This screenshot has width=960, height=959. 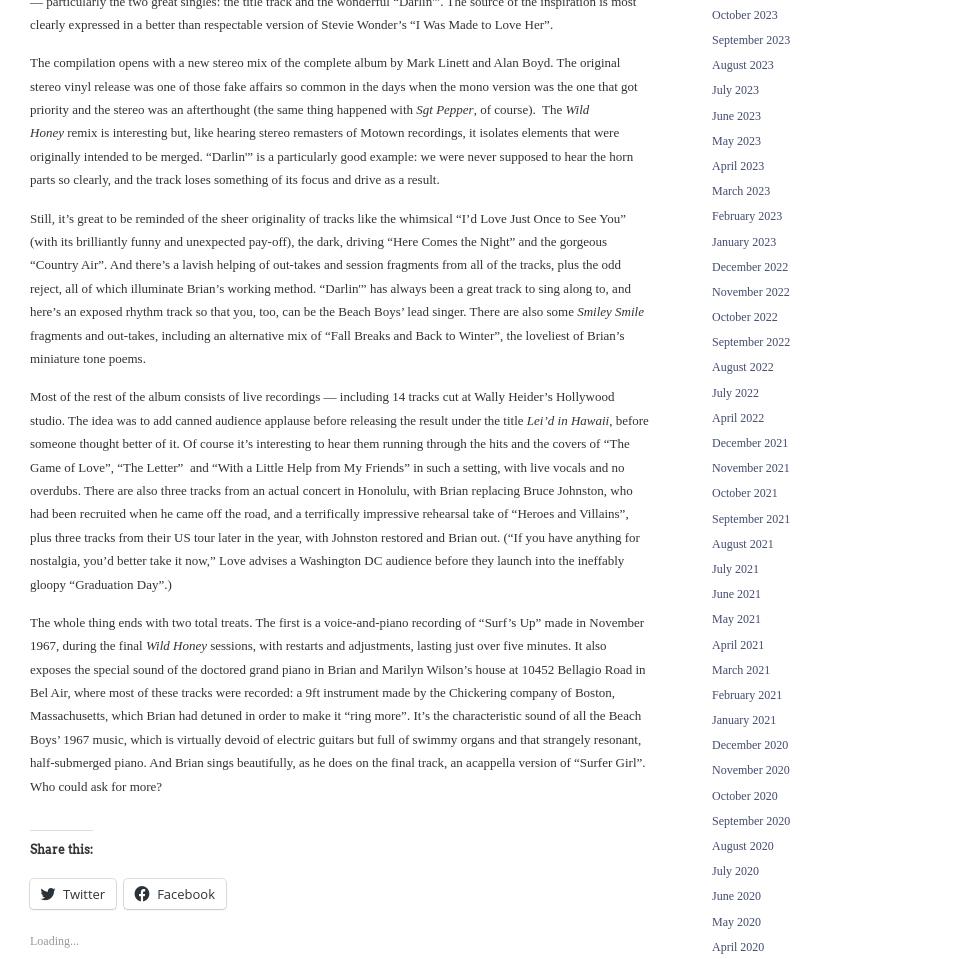 What do you see at coordinates (734, 567) in the screenshot?
I see `'July 2021'` at bounding box center [734, 567].